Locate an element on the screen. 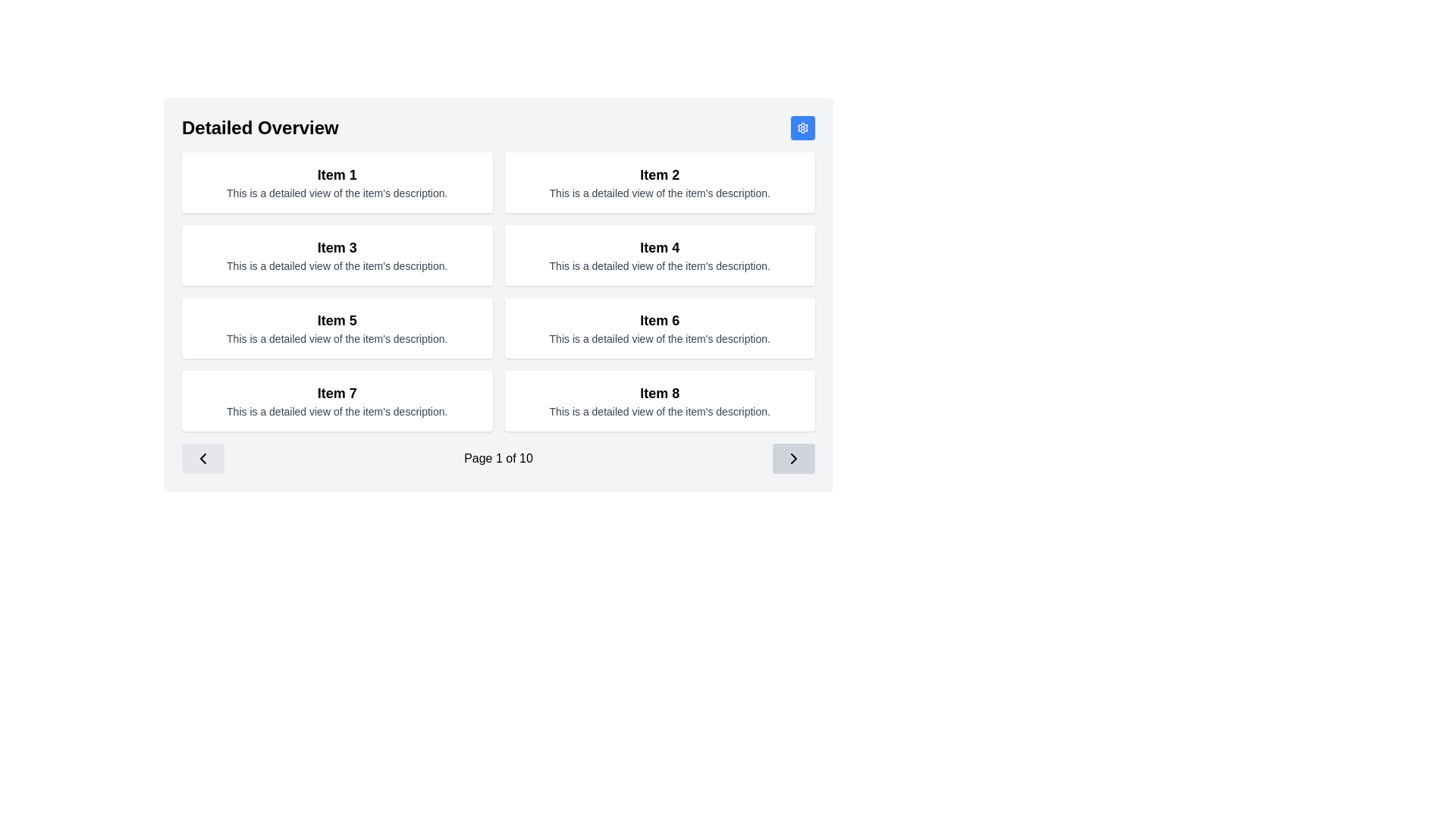 The width and height of the screenshot is (1456, 819). text from the Text Label displaying 'This is a detailed view of the item's description.' located in the top-left card of the grid layout, below the title 'Item 1.' is located at coordinates (336, 192).